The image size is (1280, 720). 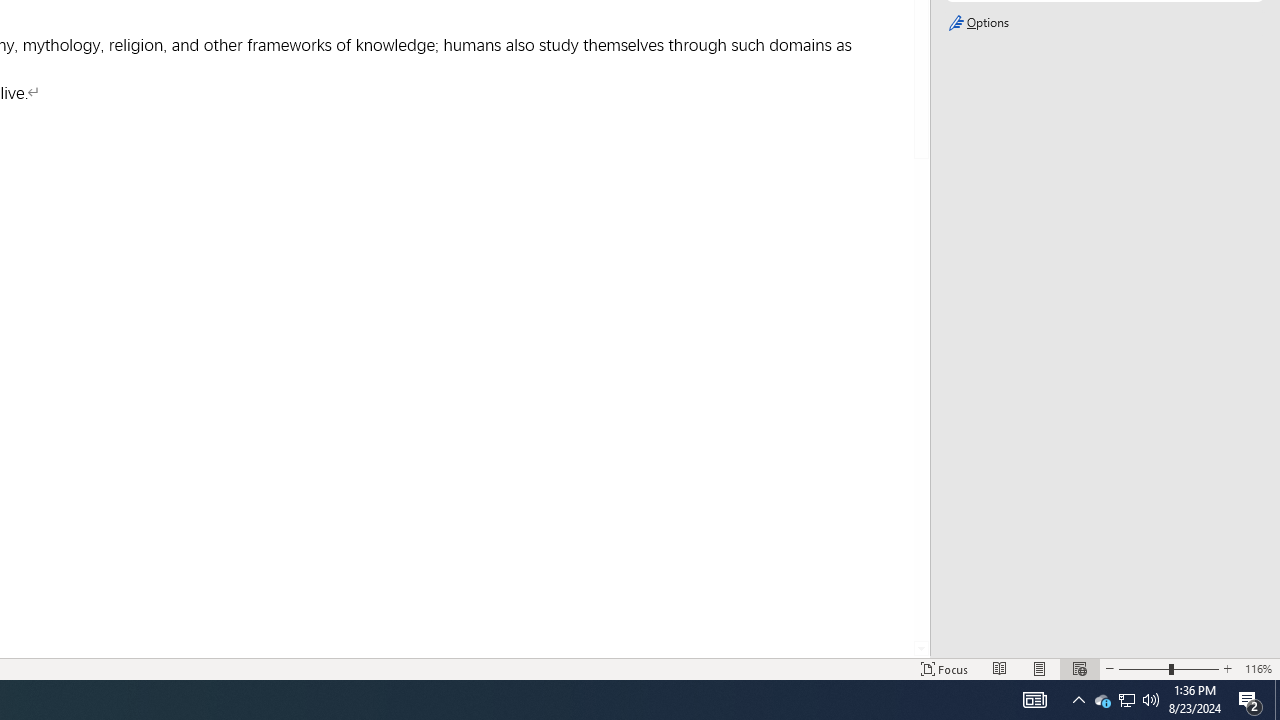 I want to click on 'Zoom Out', so click(x=1143, y=669).